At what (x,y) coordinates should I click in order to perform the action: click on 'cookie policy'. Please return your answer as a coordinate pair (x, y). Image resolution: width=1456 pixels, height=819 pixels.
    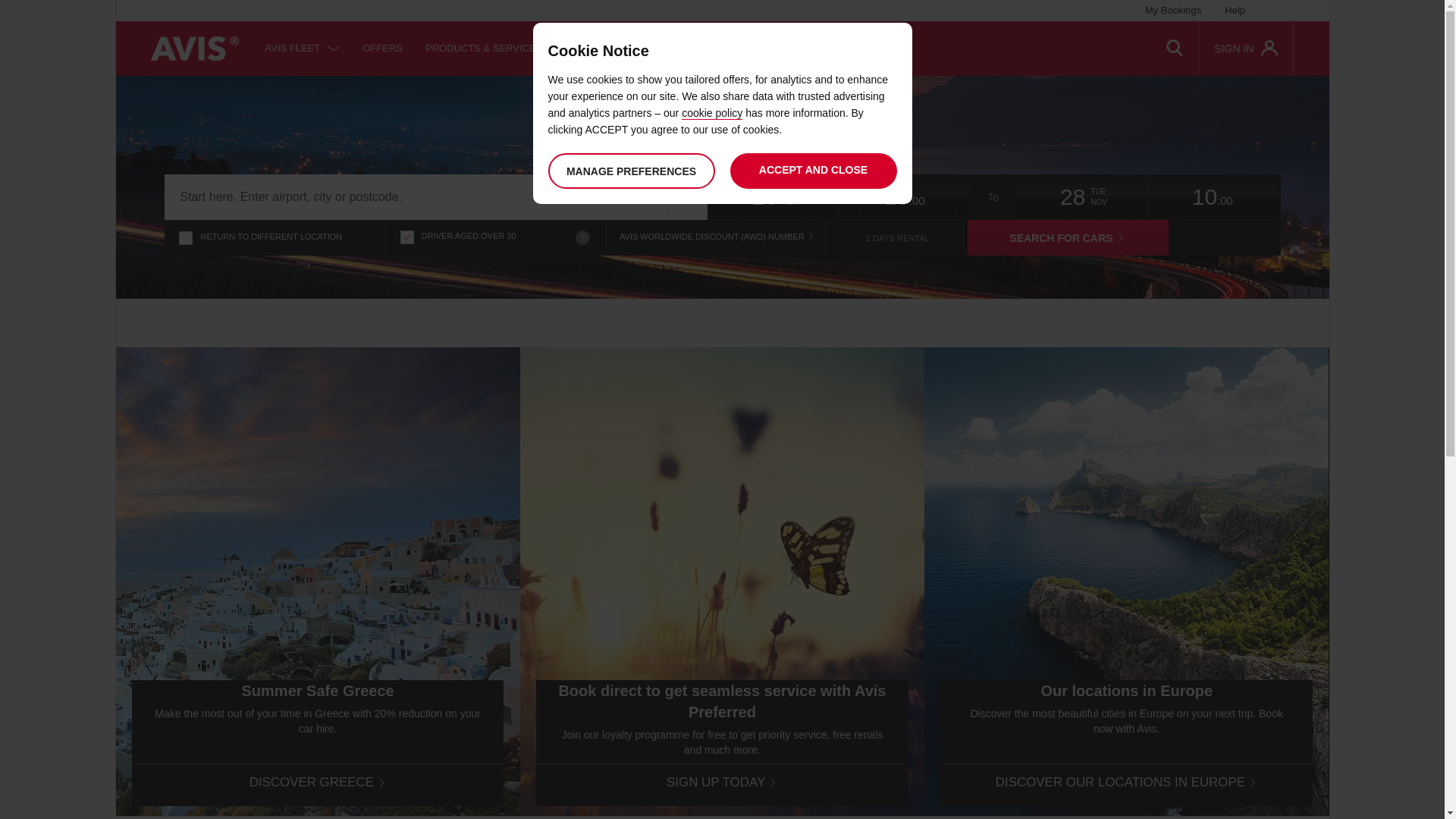
    Looking at the image, I should click on (711, 112).